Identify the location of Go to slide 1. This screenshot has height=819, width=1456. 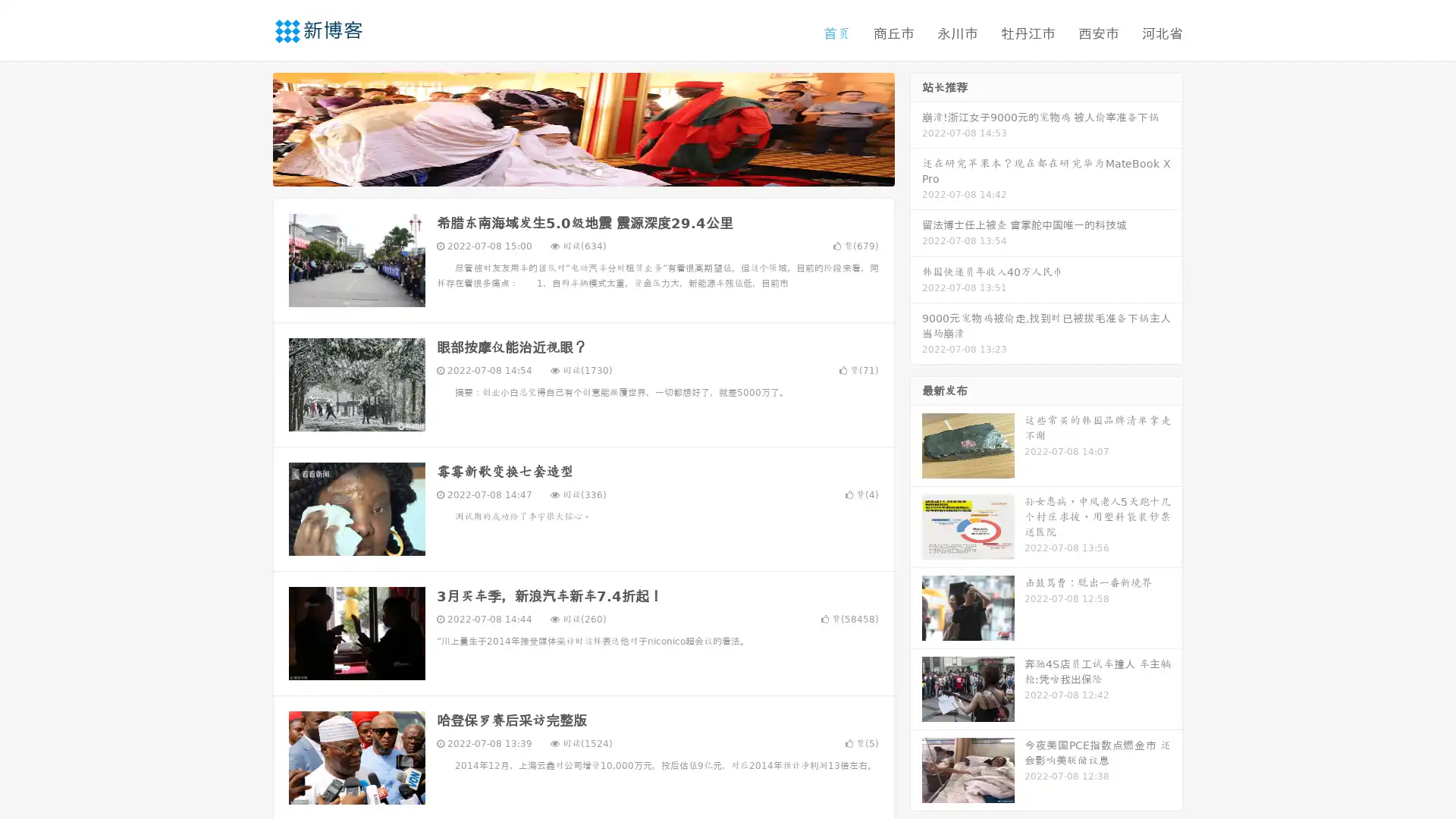
(567, 171).